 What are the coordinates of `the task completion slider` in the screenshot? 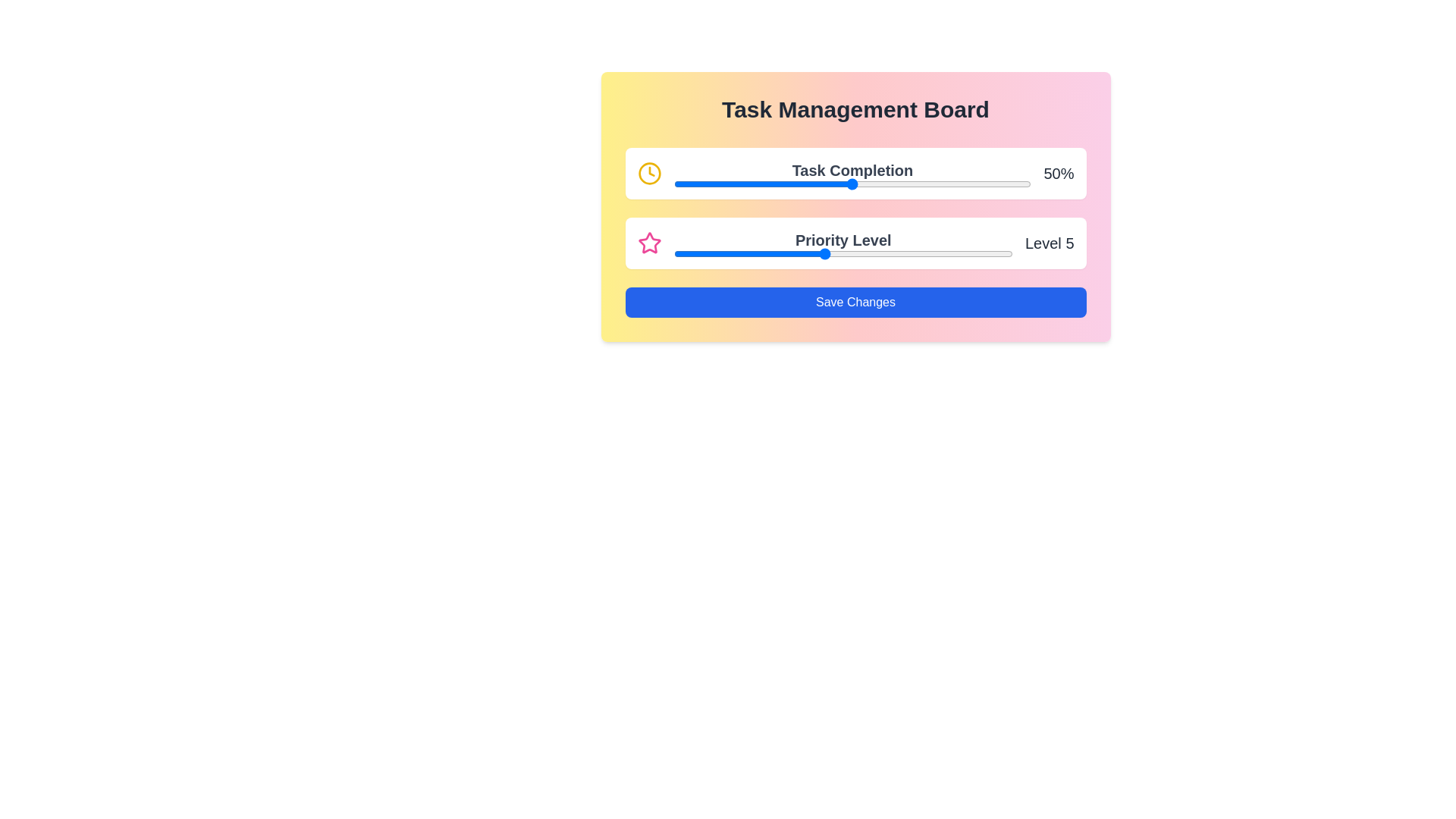 It's located at (777, 184).